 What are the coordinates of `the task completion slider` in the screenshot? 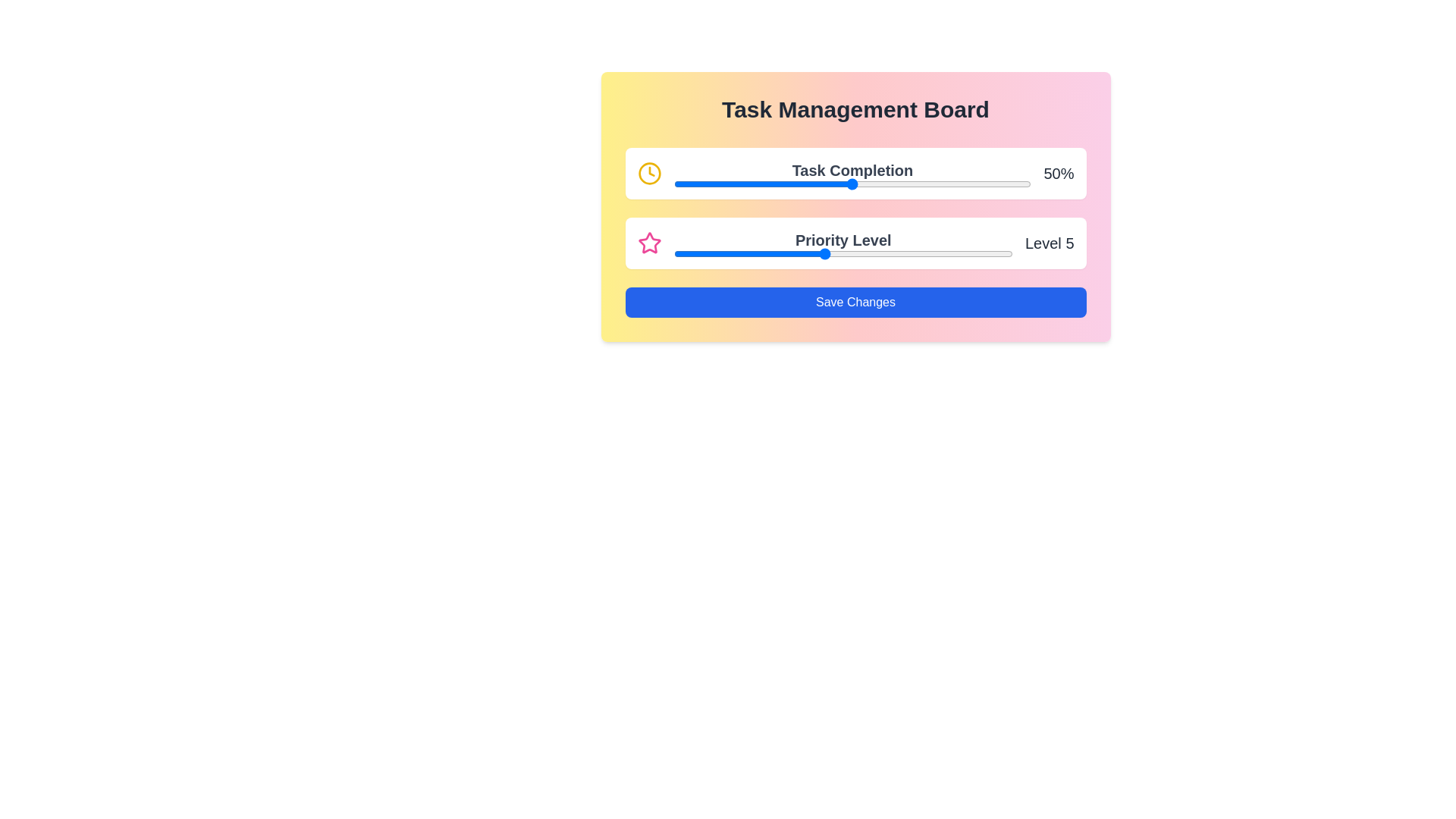 It's located at (777, 184).